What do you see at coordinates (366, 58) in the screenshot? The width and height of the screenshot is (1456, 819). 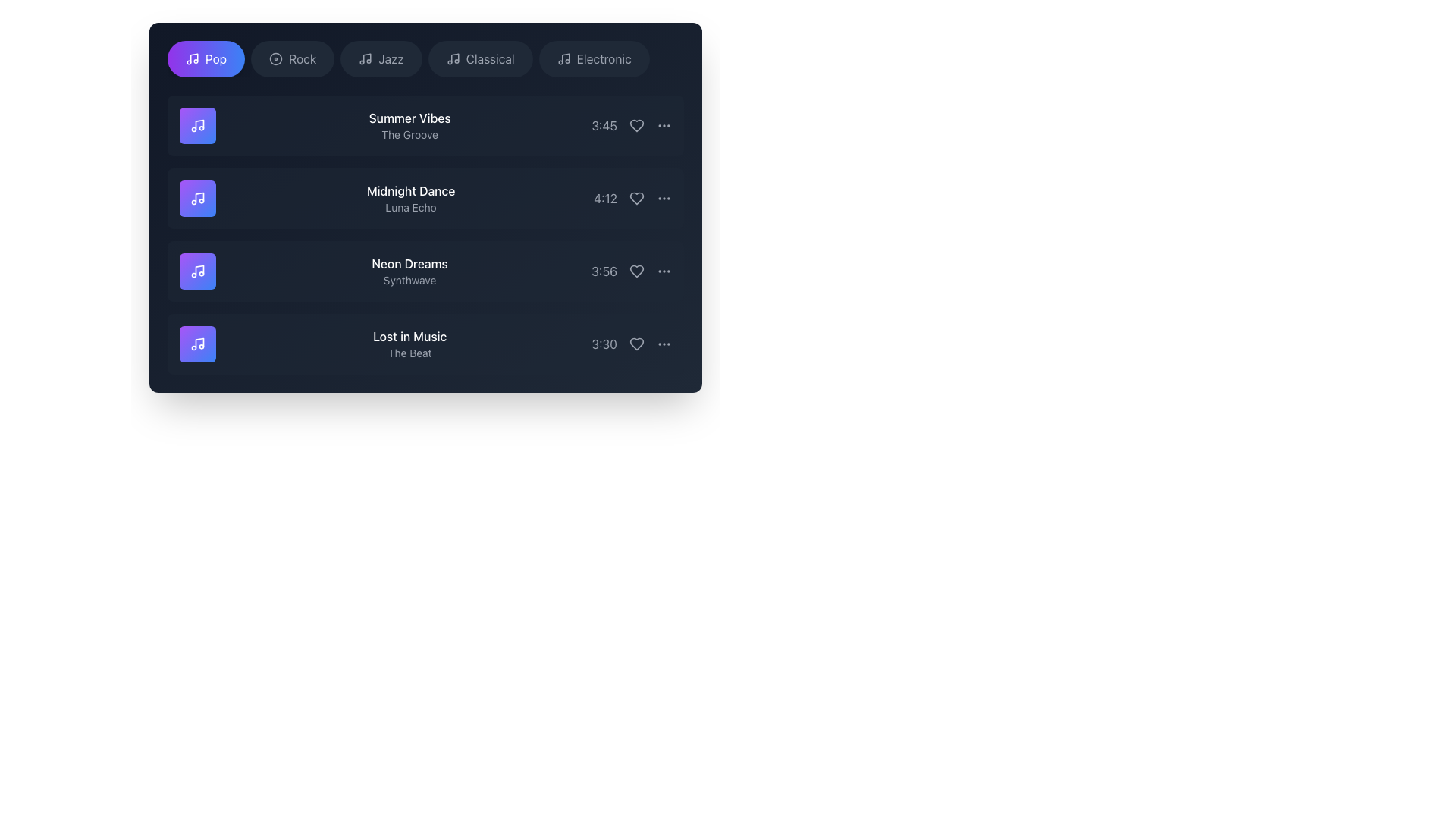 I see `the musical note icon located within the 'Jazz' button in the horizontal navigation bar, which is the third button from the left` at bounding box center [366, 58].